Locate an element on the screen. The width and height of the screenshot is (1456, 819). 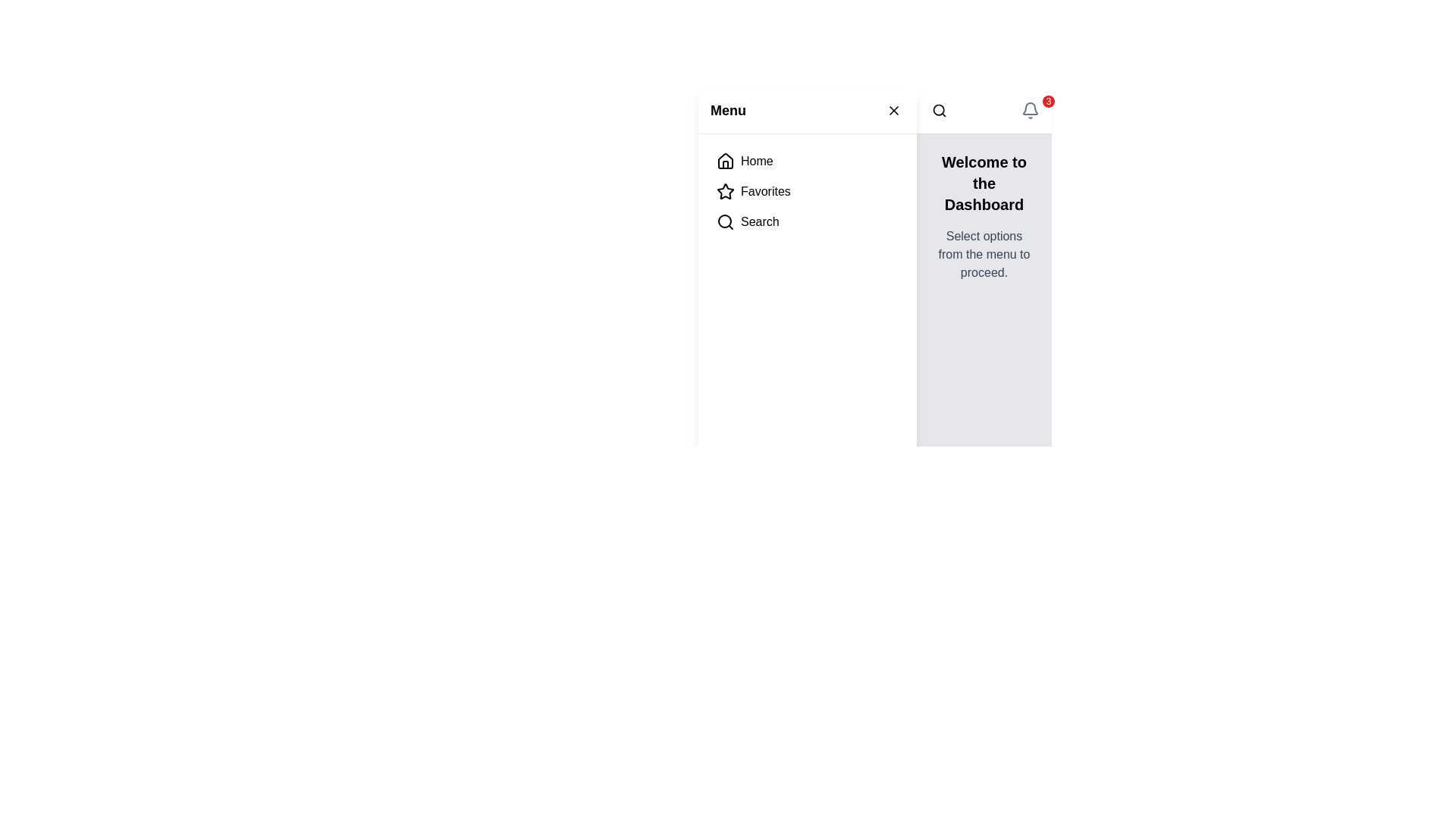
the navigation button for the search feature located as the third item in the vertical menu of the left sidebar is located at coordinates (807, 222).